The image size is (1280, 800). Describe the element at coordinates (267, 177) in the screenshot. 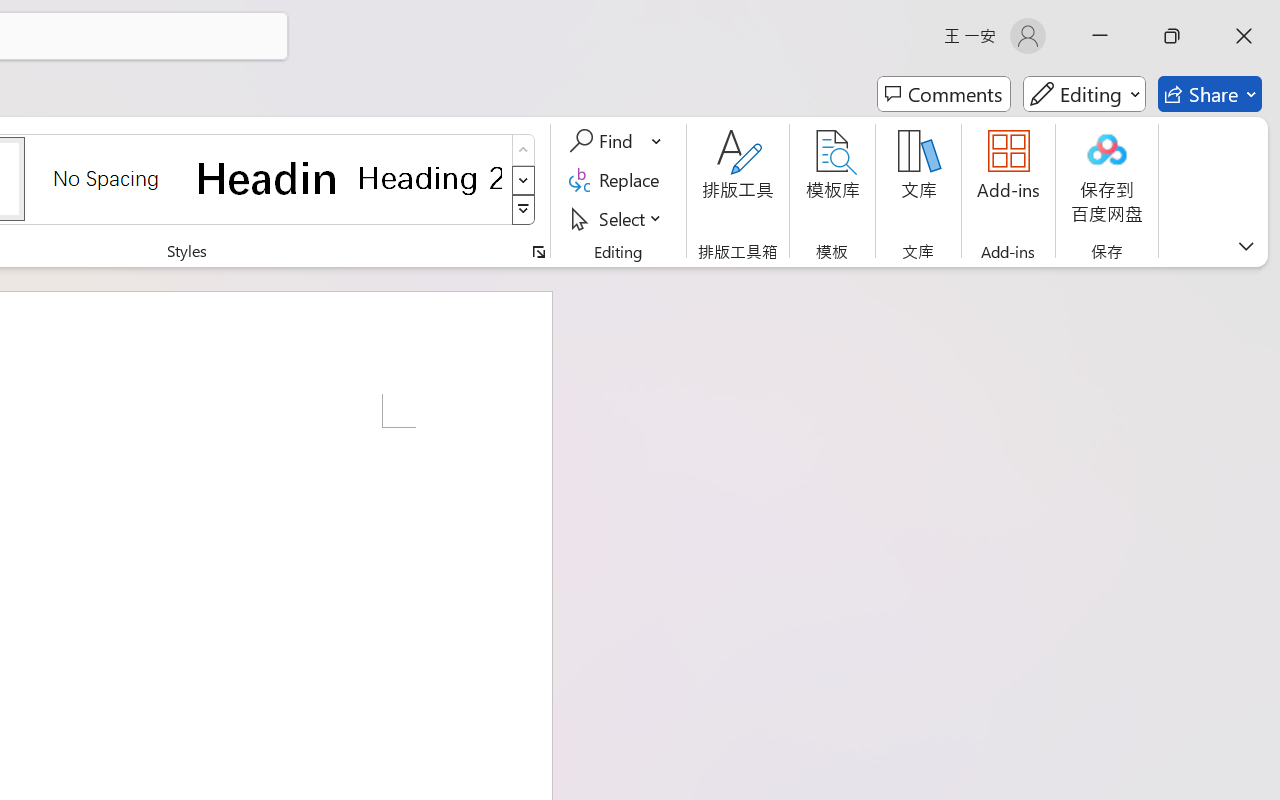

I see `'Heading 1'` at that location.